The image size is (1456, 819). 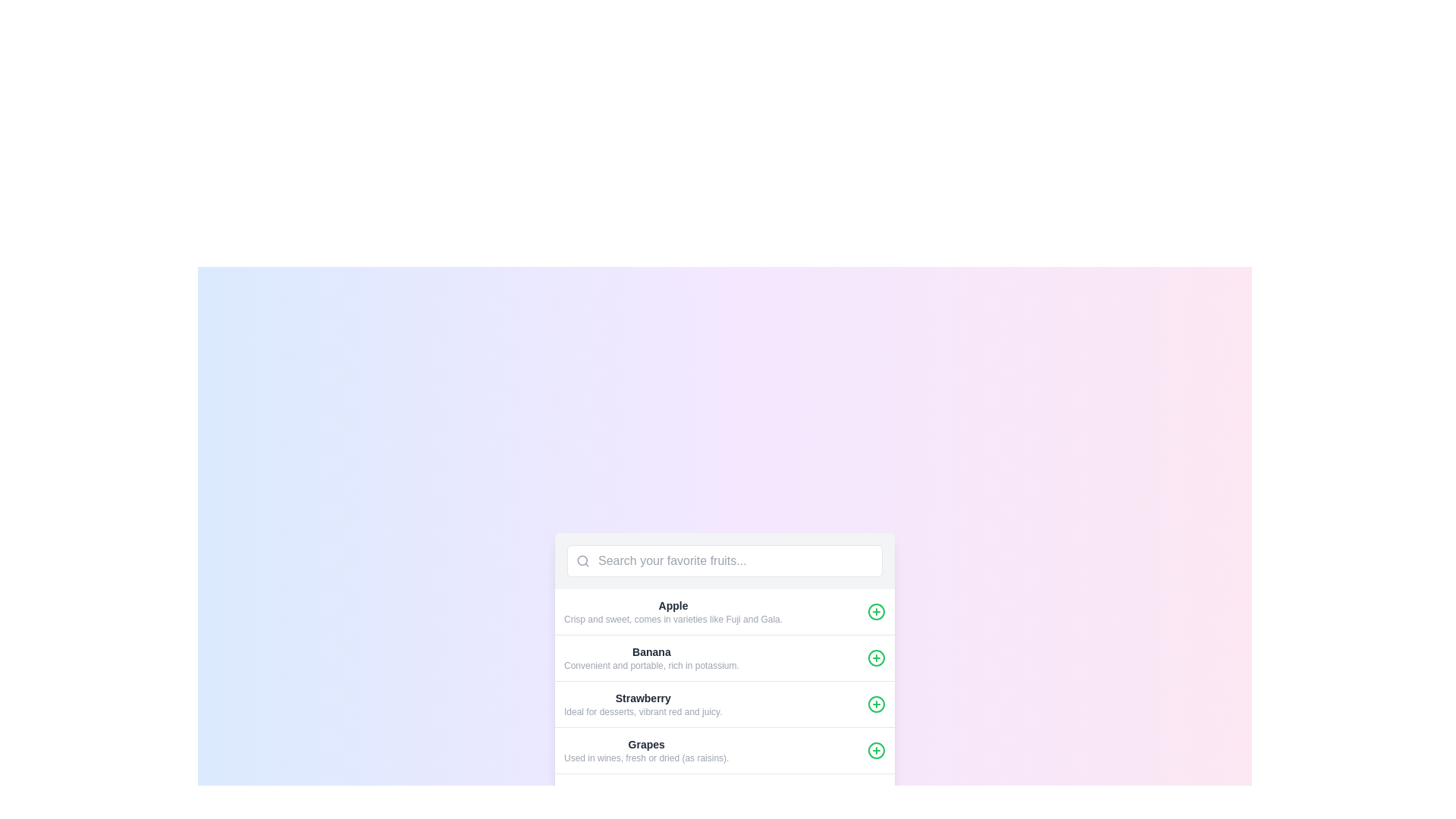 I want to click on the interactive button located on the far-right side of the row associated with 'Apple', so click(x=877, y=610).